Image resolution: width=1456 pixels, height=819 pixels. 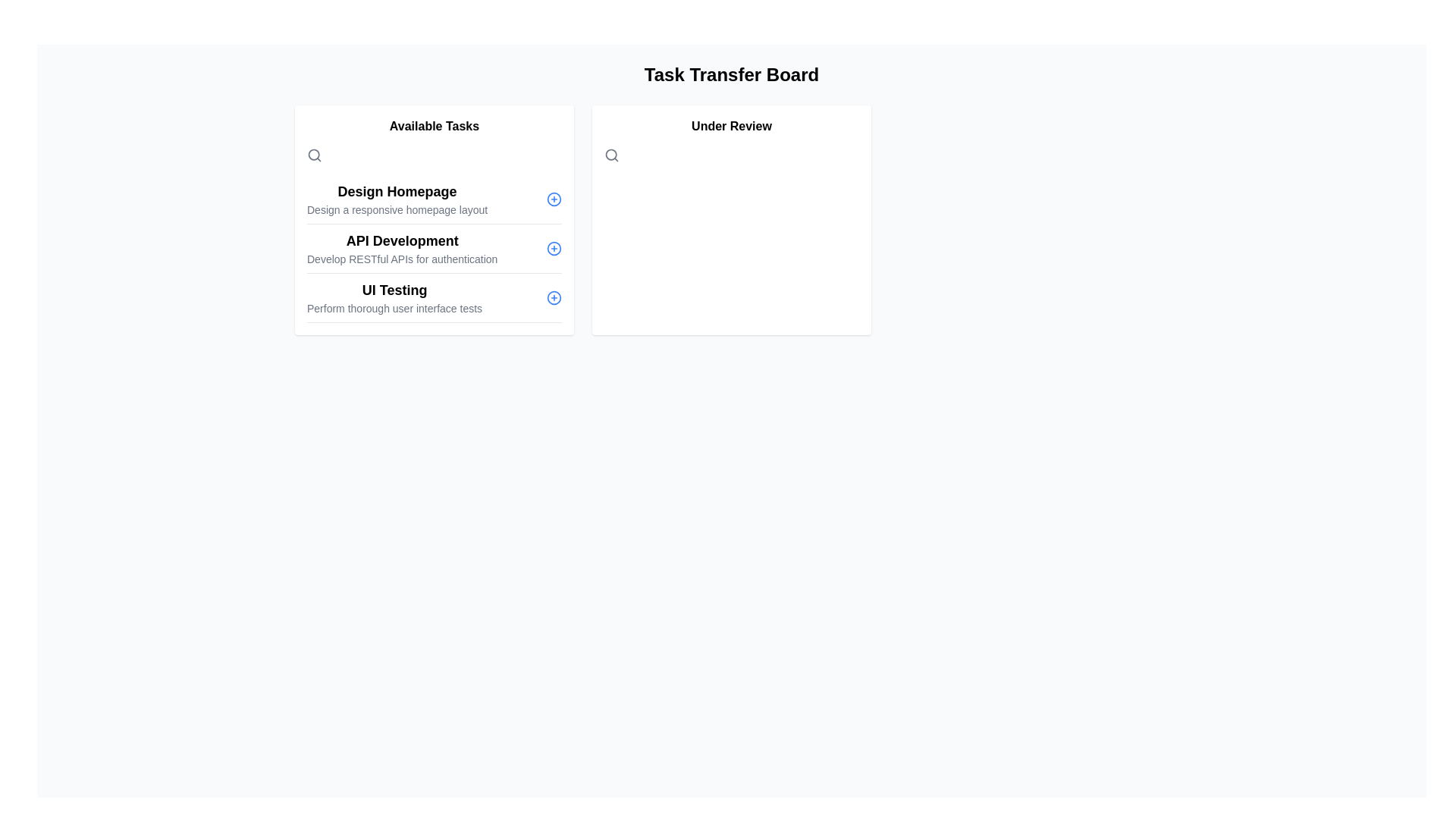 What do you see at coordinates (553, 198) in the screenshot?
I see `the button located next to the text 'Design Homepage' in the 'Available Tasks' section, which serves as an action trigger for adding a task` at bounding box center [553, 198].